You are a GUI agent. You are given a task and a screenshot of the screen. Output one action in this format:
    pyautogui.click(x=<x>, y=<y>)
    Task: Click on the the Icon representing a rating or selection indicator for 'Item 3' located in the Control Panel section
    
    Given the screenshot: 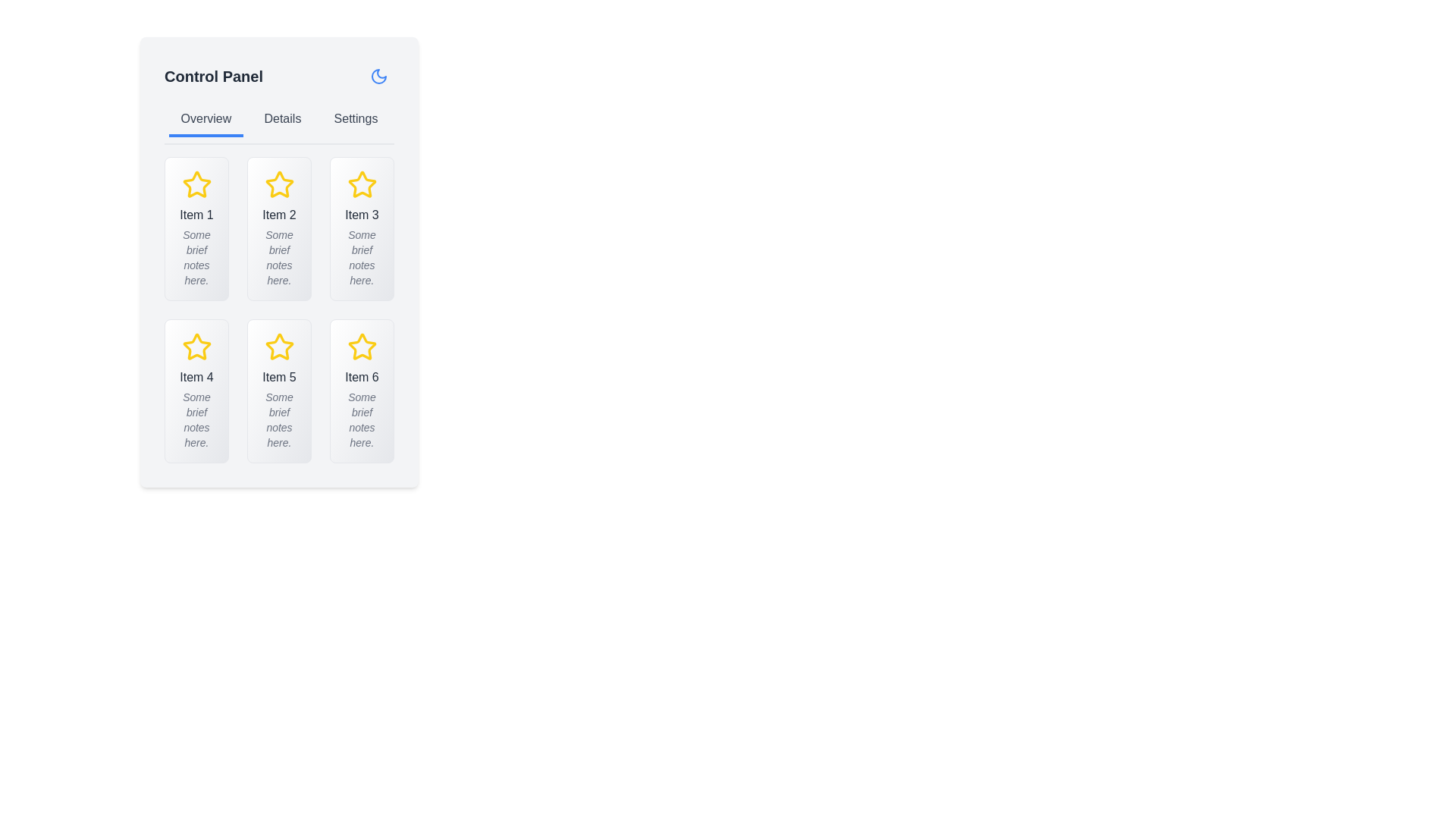 What is the action you would take?
    pyautogui.click(x=361, y=184)
    